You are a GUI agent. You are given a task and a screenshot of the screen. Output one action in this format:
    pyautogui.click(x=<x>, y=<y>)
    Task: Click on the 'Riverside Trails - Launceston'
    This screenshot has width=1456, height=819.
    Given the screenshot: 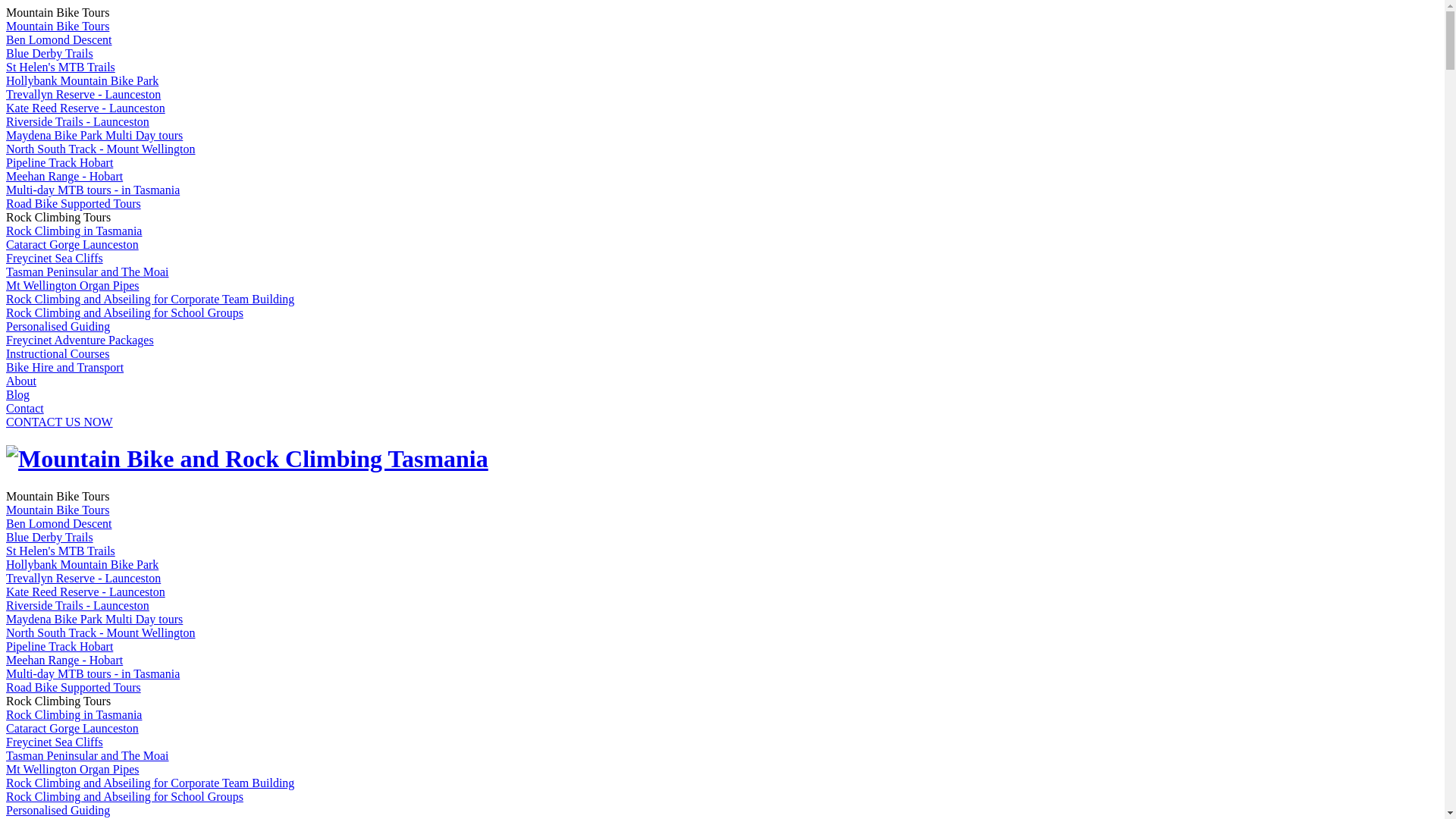 What is the action you would take?
    pyautogui.click(x=6, y=604)
    